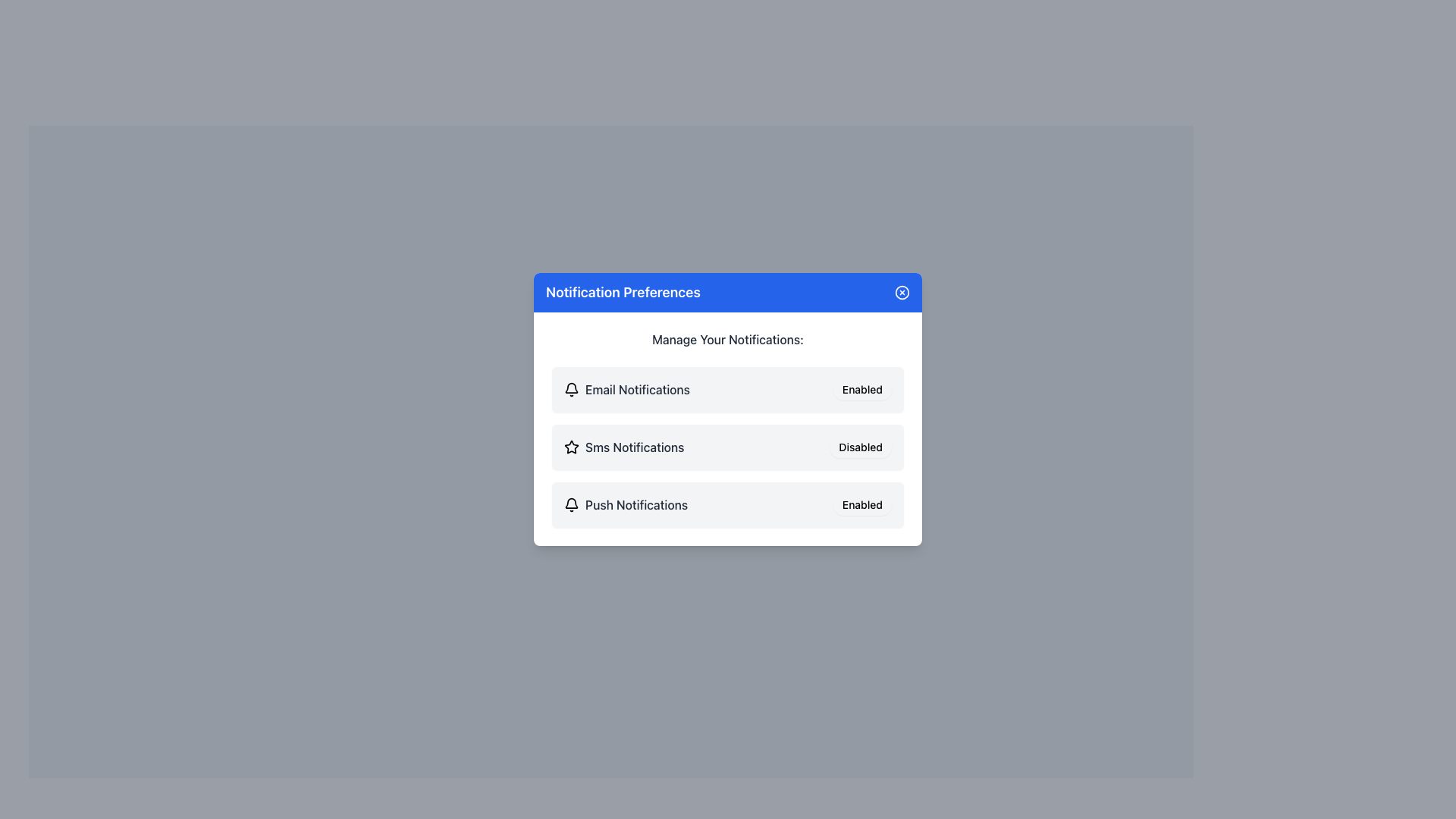 The image size is (1456, 819). Describe the element at coordinates (624, 447) in the screenshot. I see `the Text Label with Icon that serves as a label for SMS notification preferences, positioned second from the top in the notification options list` at that location.